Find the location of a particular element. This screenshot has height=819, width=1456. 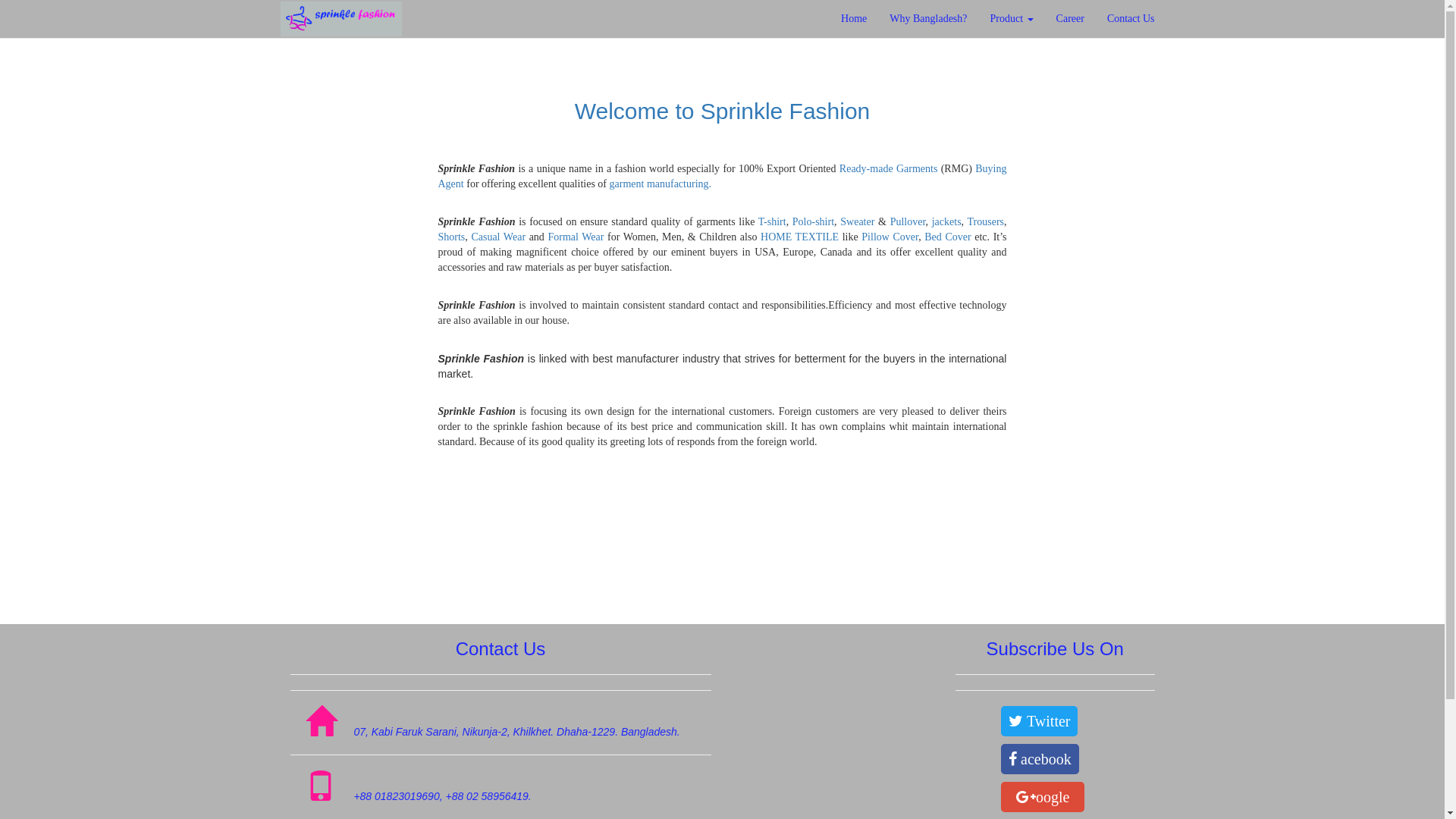

'Sweater' is located at coordinates (858, 221).